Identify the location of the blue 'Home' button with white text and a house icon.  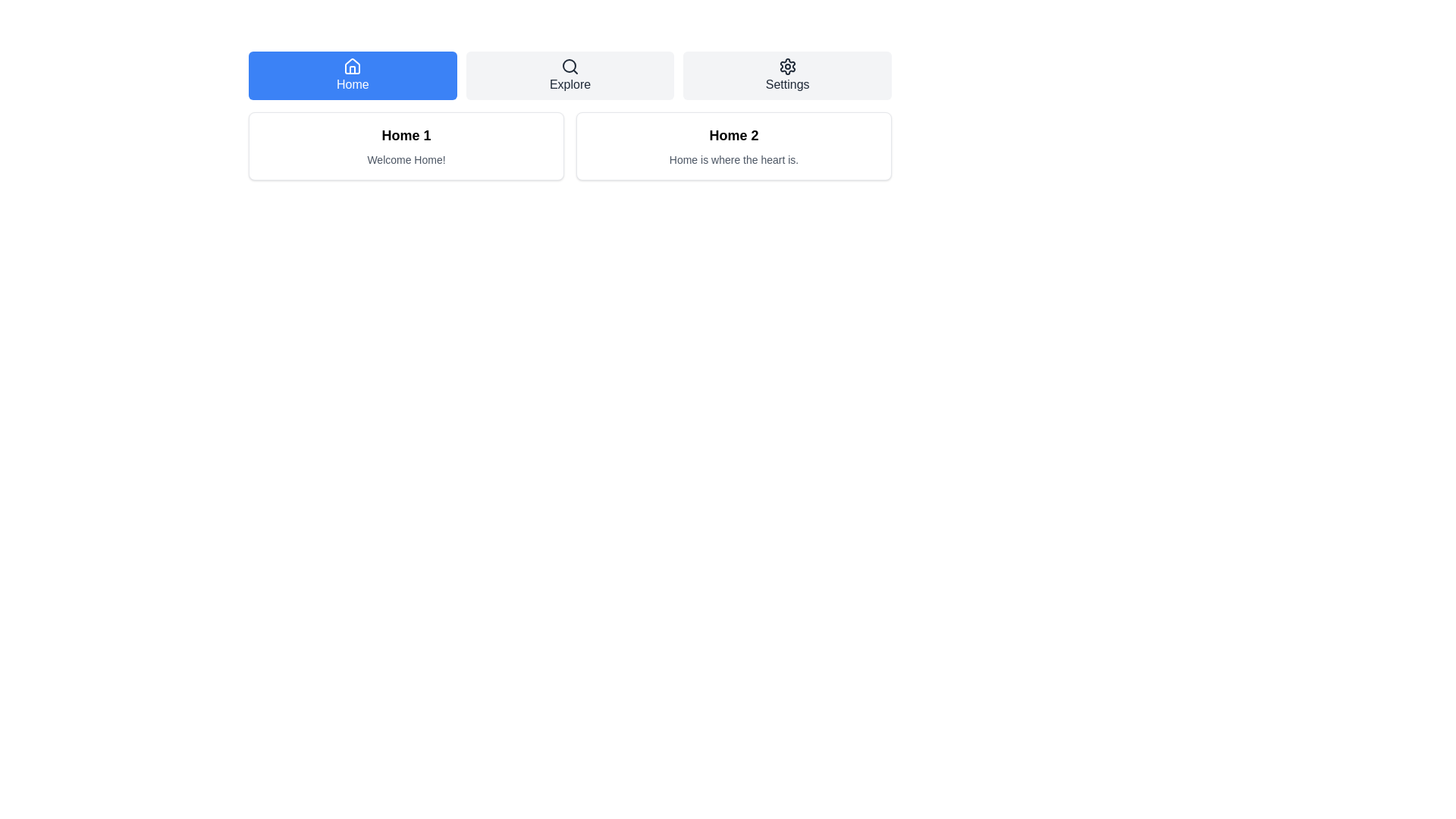
(352, 76).